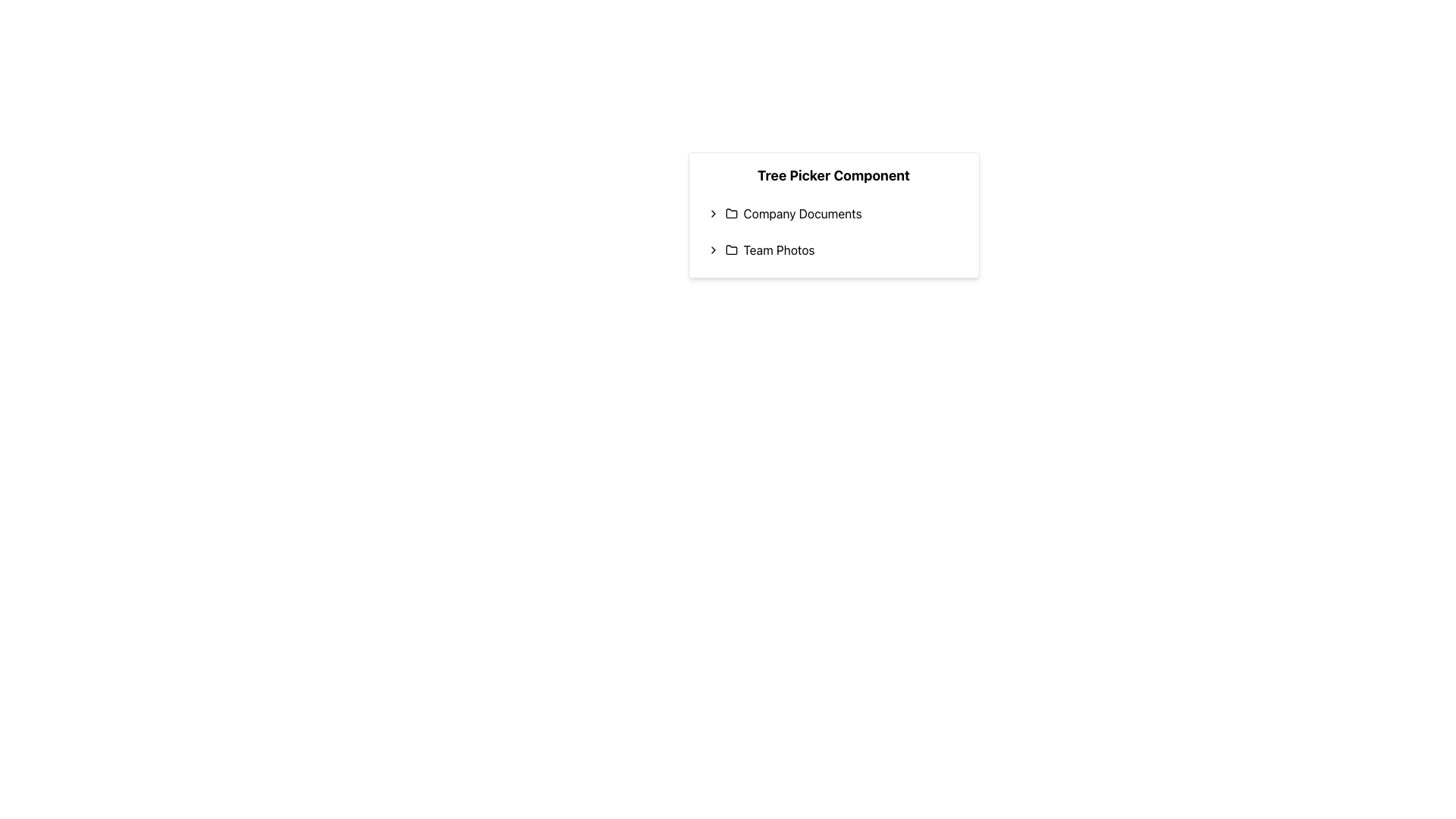 The height and width of the screenshot is (819, 1456). What do you see at coordinates (731, 249) in the screenshot?
I see `the second icon in the Tree Picker Component menu that denotes 'Team Photos'` at bounding box center [731, 249].